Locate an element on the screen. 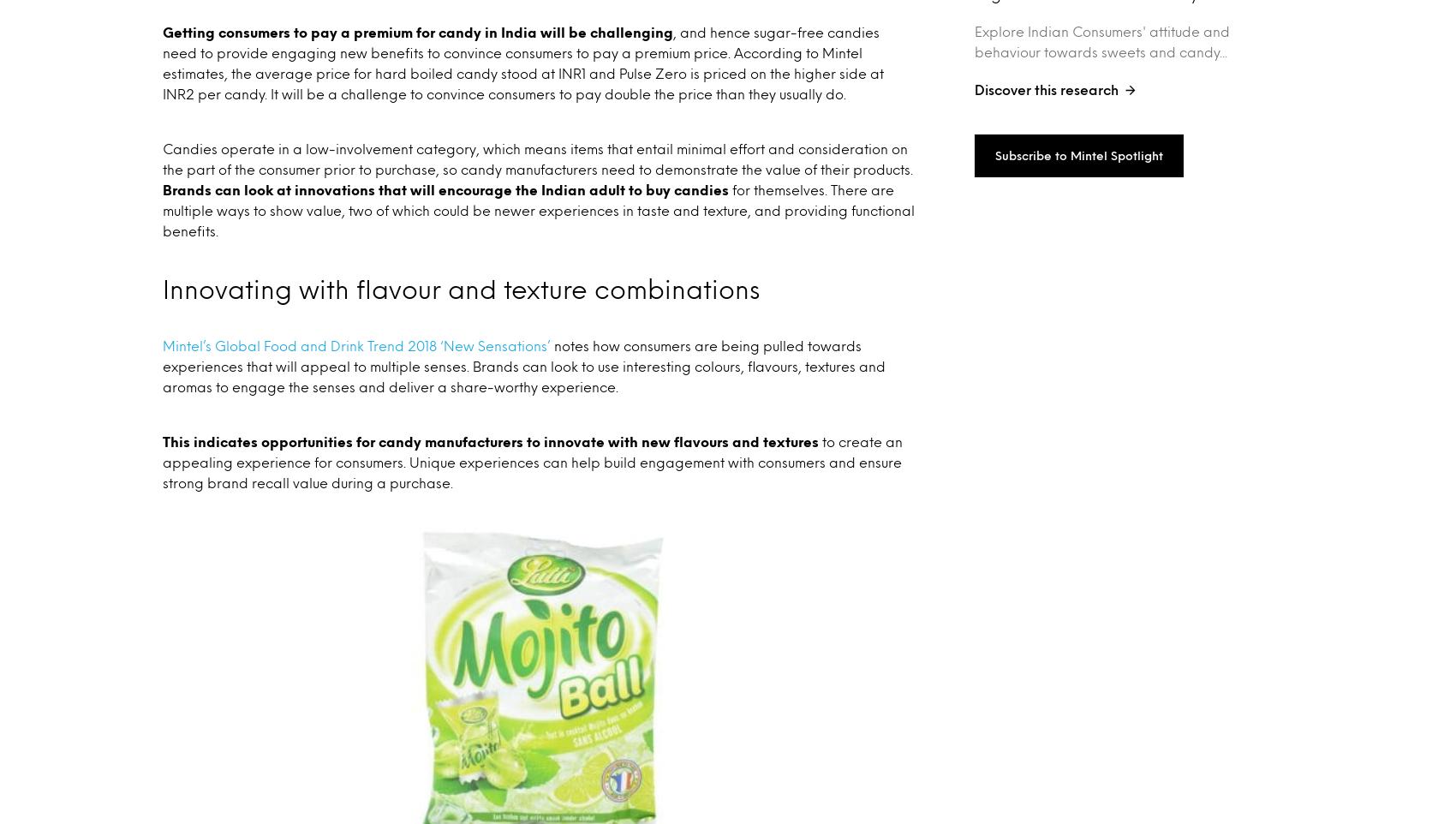  'Purchase Intelligence' is located at coordinates (589, 761).